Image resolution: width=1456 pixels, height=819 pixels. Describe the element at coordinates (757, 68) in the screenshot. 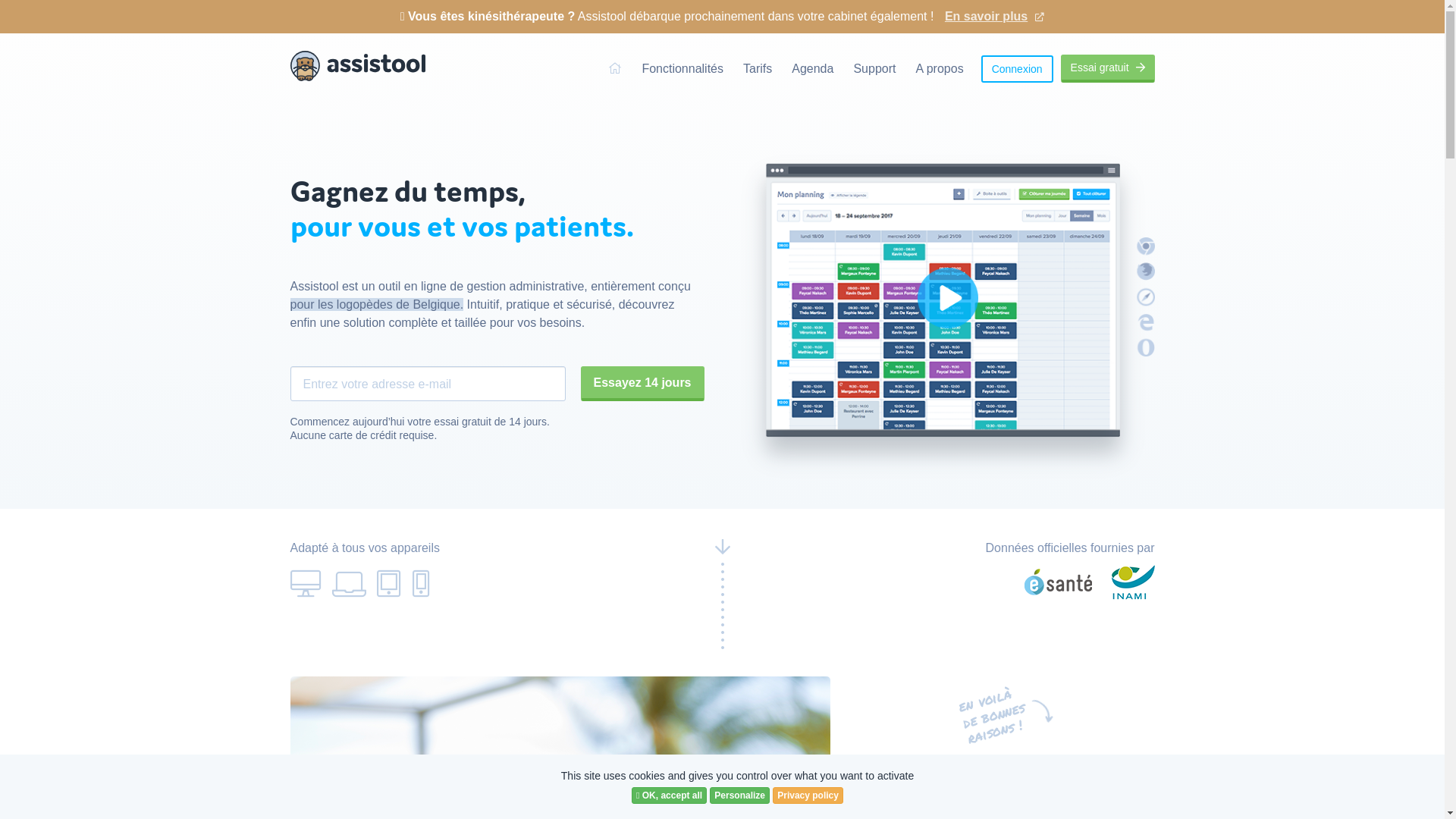

I see `'Tarifs'` at that location.